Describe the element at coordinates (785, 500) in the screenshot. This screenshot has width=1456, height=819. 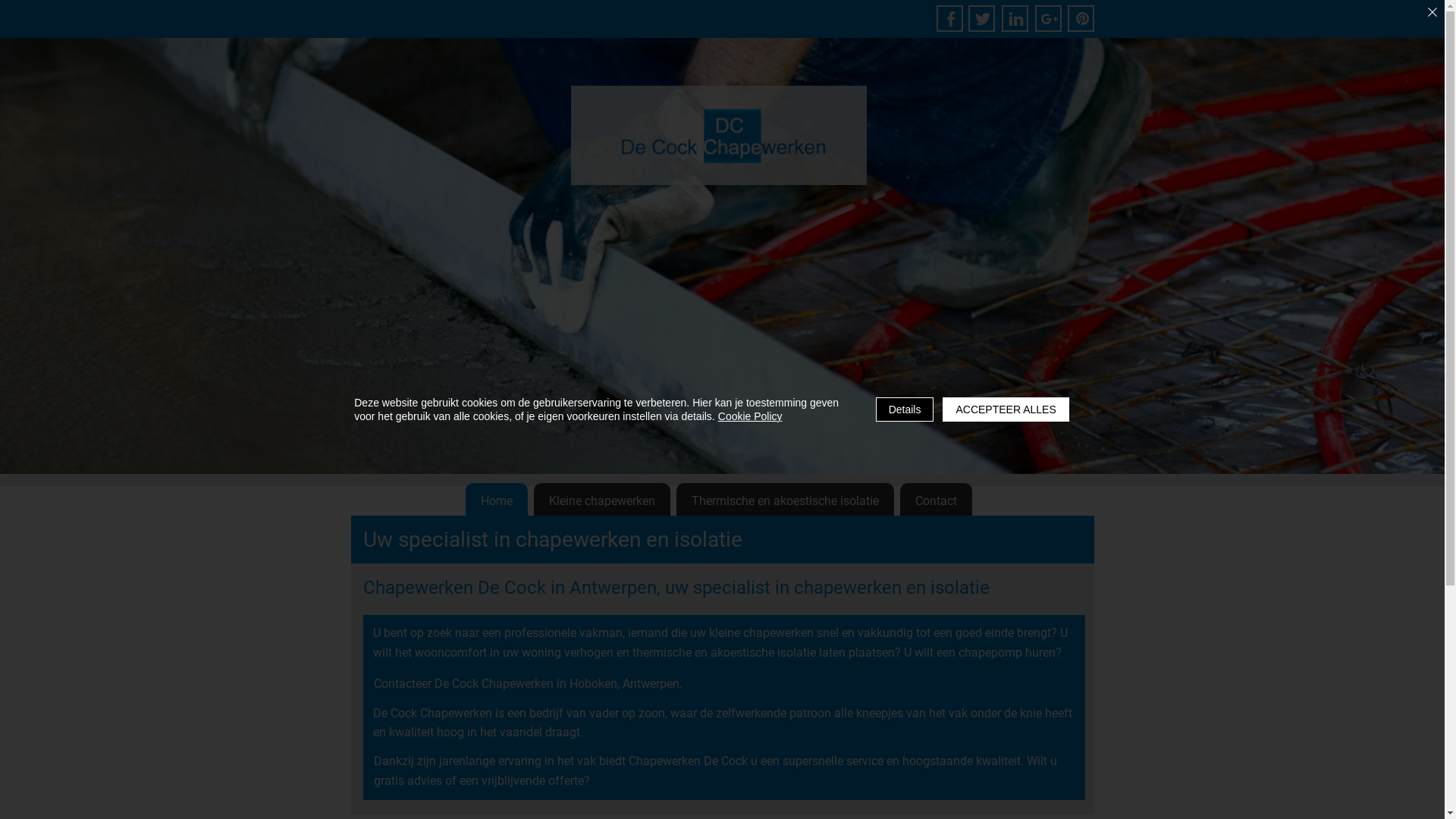
I see `'Thermische en akoestische isolatie'` at that location.